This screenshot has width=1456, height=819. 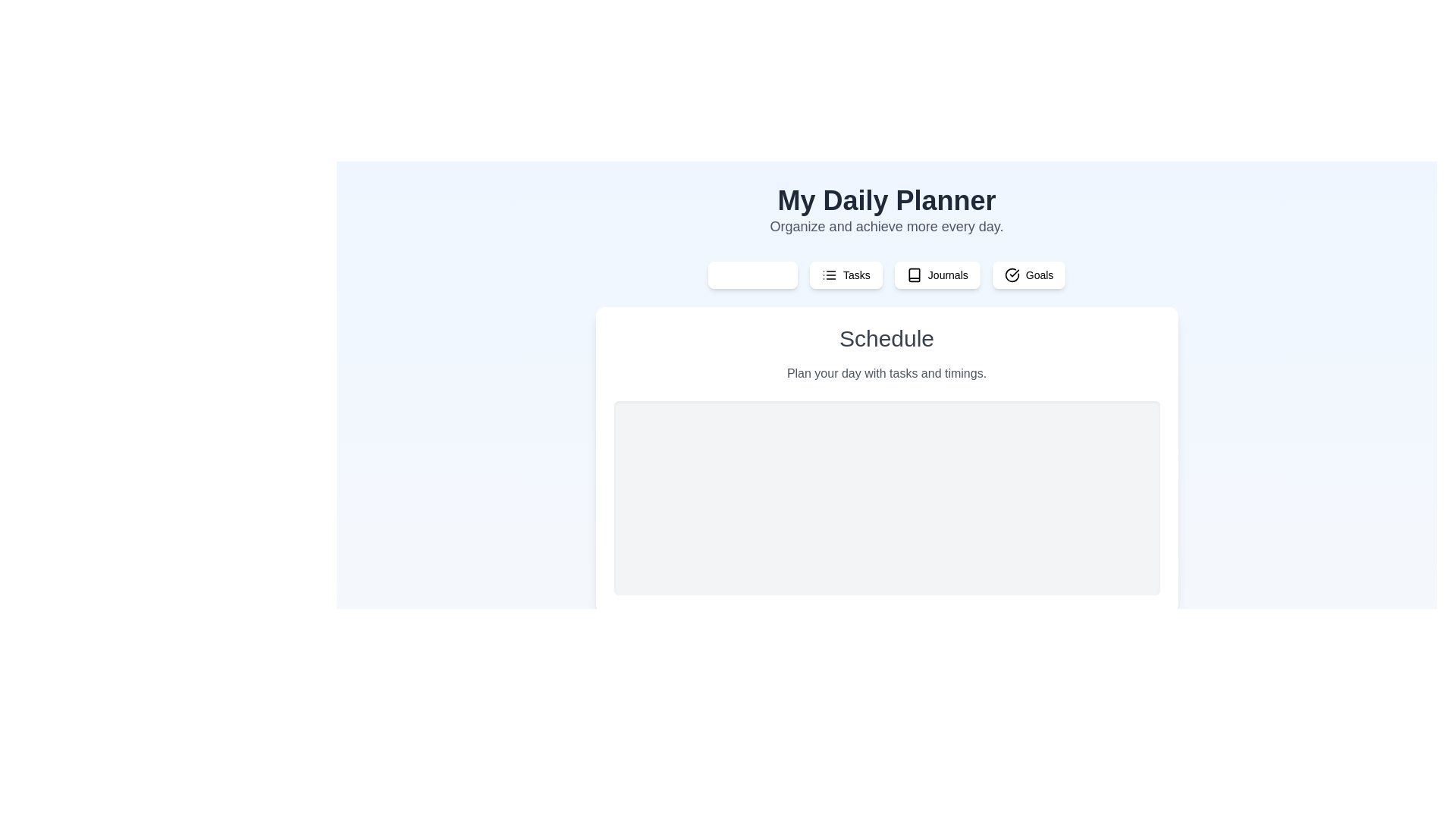 I want to click on the tab labeled Journals, so click(x=937, y=275).